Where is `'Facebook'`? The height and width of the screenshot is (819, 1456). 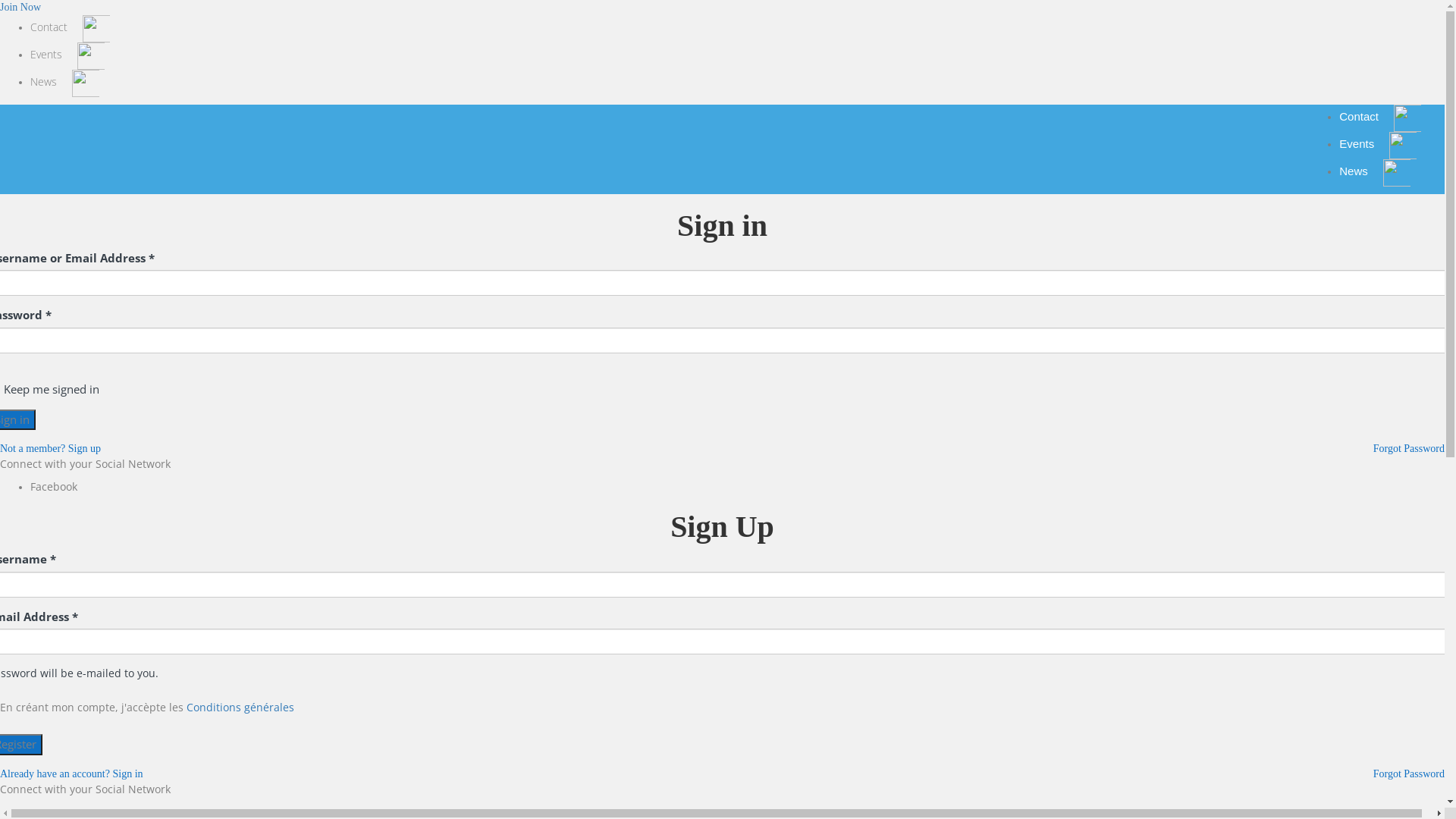
'Facebook' is located at coordinates (30, 486).